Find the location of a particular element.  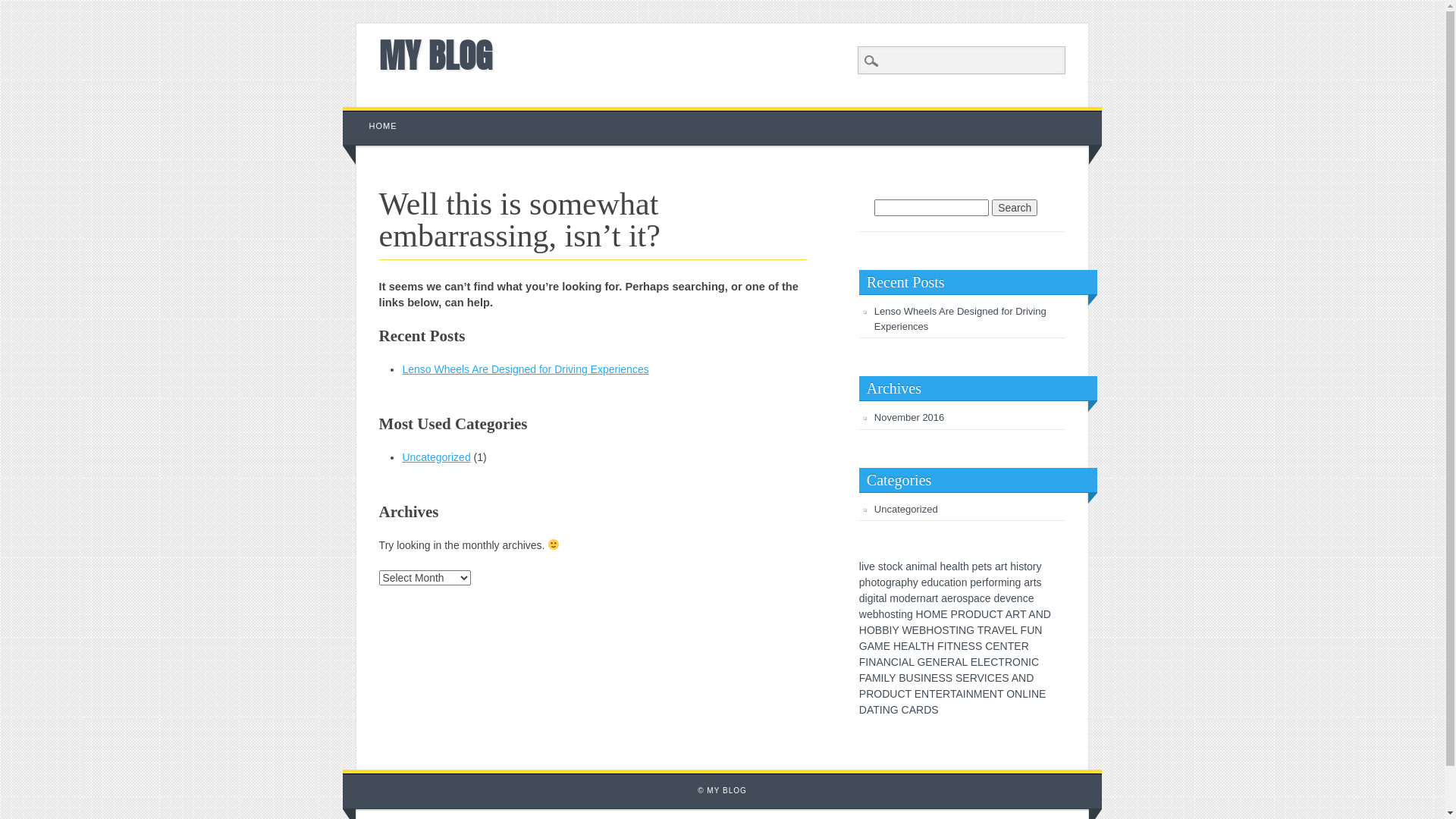

'A' is located at coordinates (870, 710).